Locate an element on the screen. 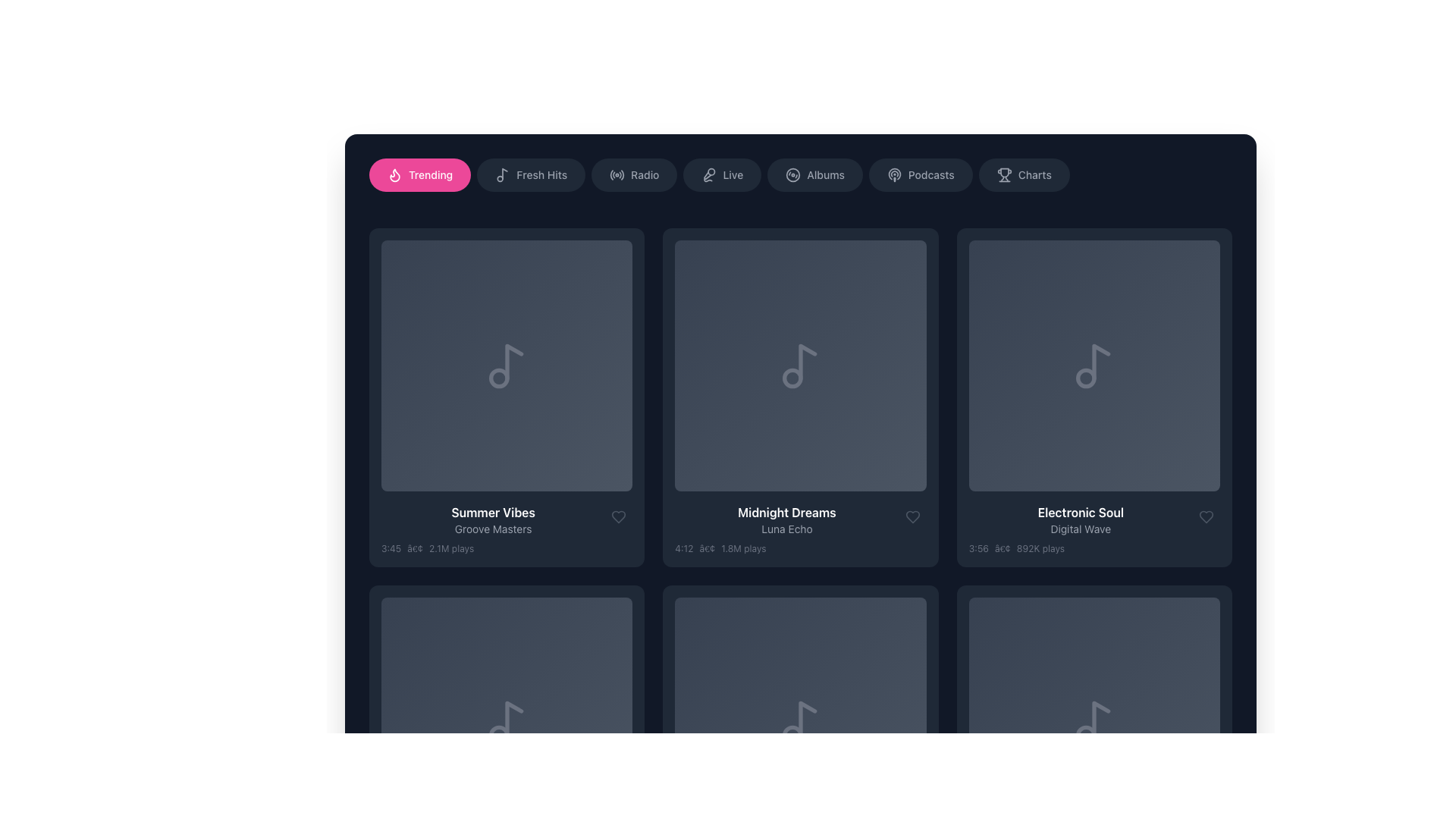 The image size is (1456, 819). the static text element displaying '4:12', which is styled in light gray on a dark background and is the first of three sibling text elements is located at coordinates (683, 549).